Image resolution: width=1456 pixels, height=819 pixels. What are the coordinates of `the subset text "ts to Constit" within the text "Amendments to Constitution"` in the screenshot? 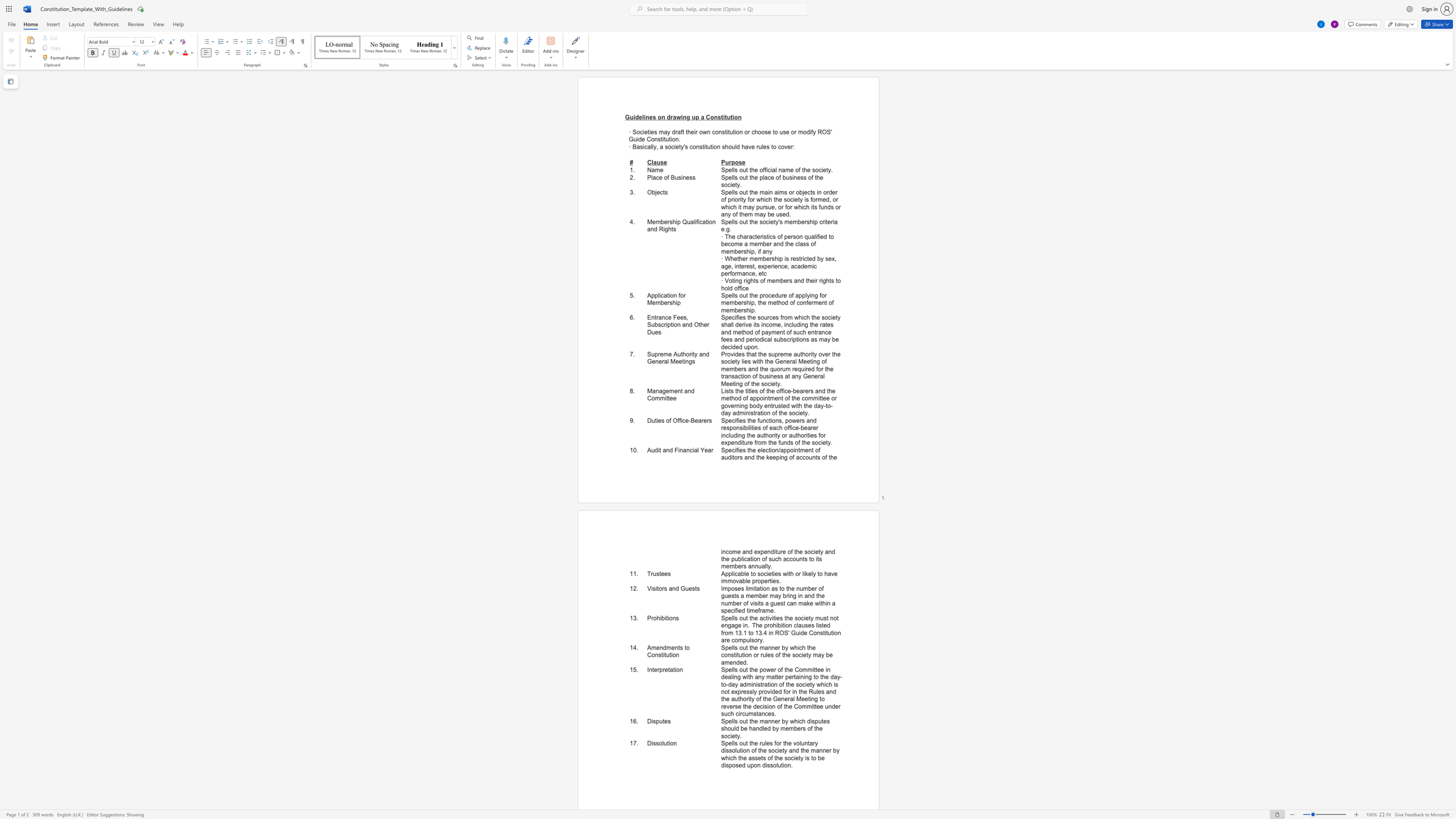 It's located at (678, 647).